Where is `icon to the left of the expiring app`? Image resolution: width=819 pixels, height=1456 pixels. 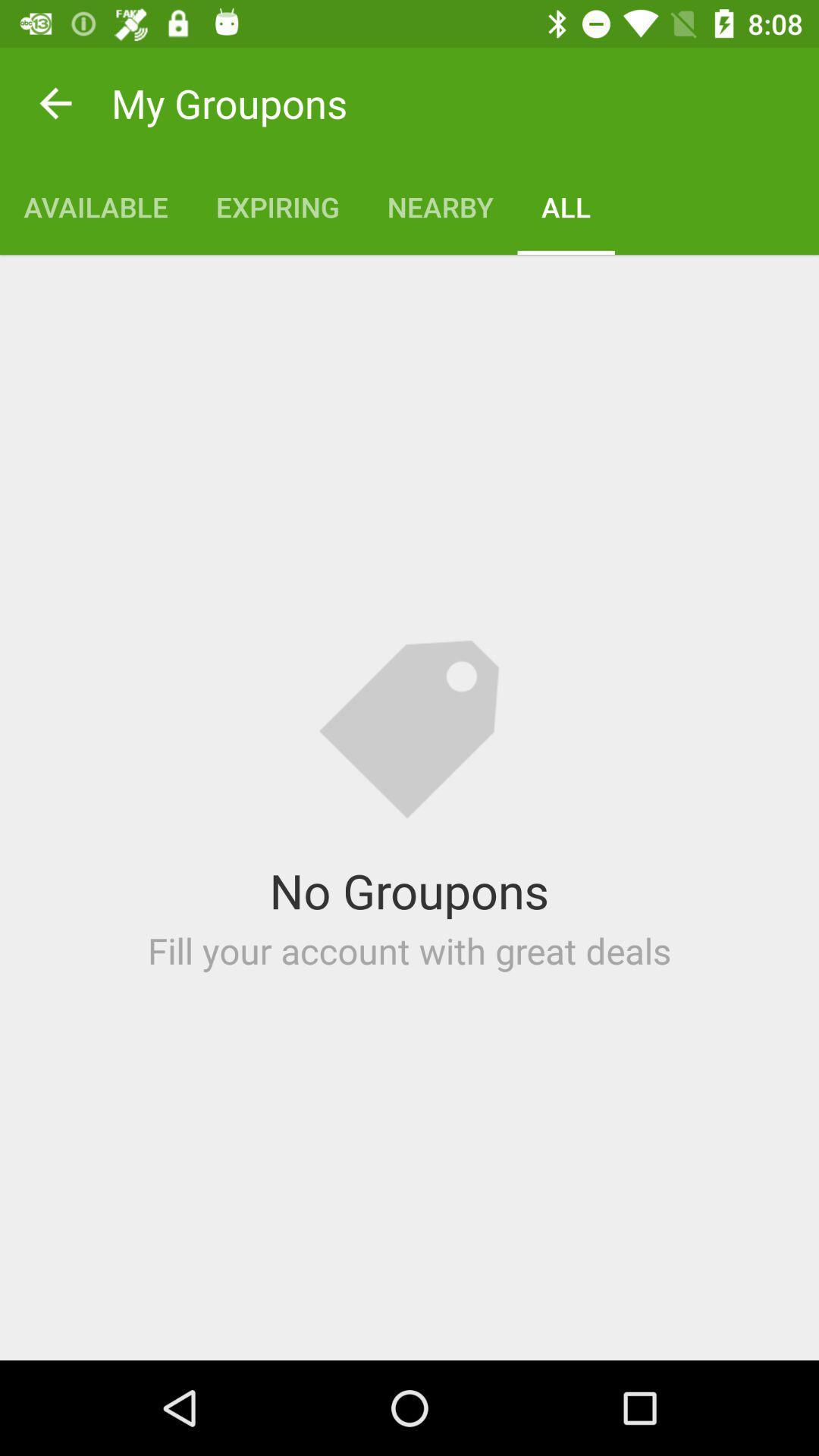 icon to the left of the expiring app is located at coordinates (96, 206).